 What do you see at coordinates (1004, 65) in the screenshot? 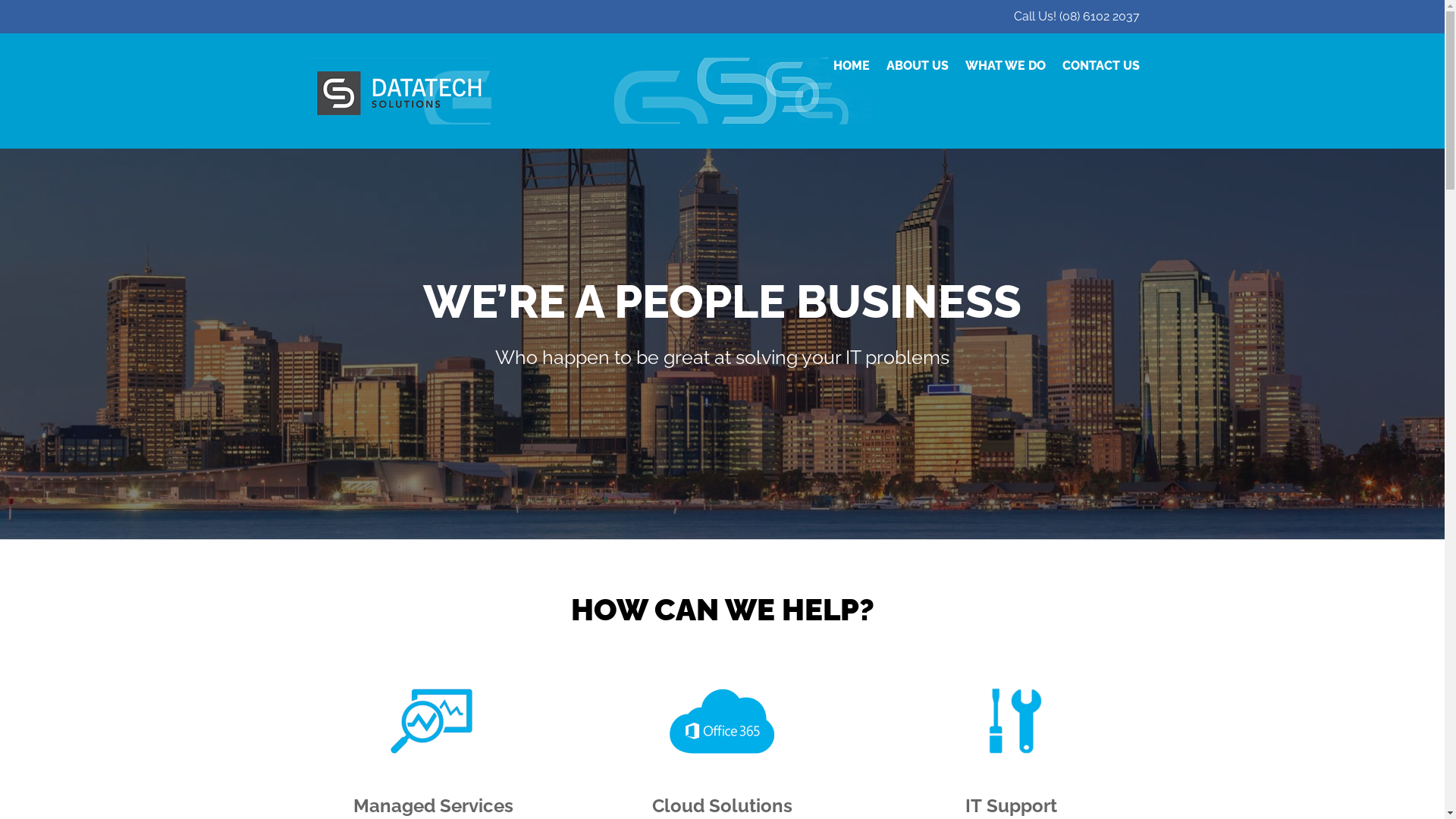
I see `'WHAT WE DO'` at bounding box center [1004, 65].